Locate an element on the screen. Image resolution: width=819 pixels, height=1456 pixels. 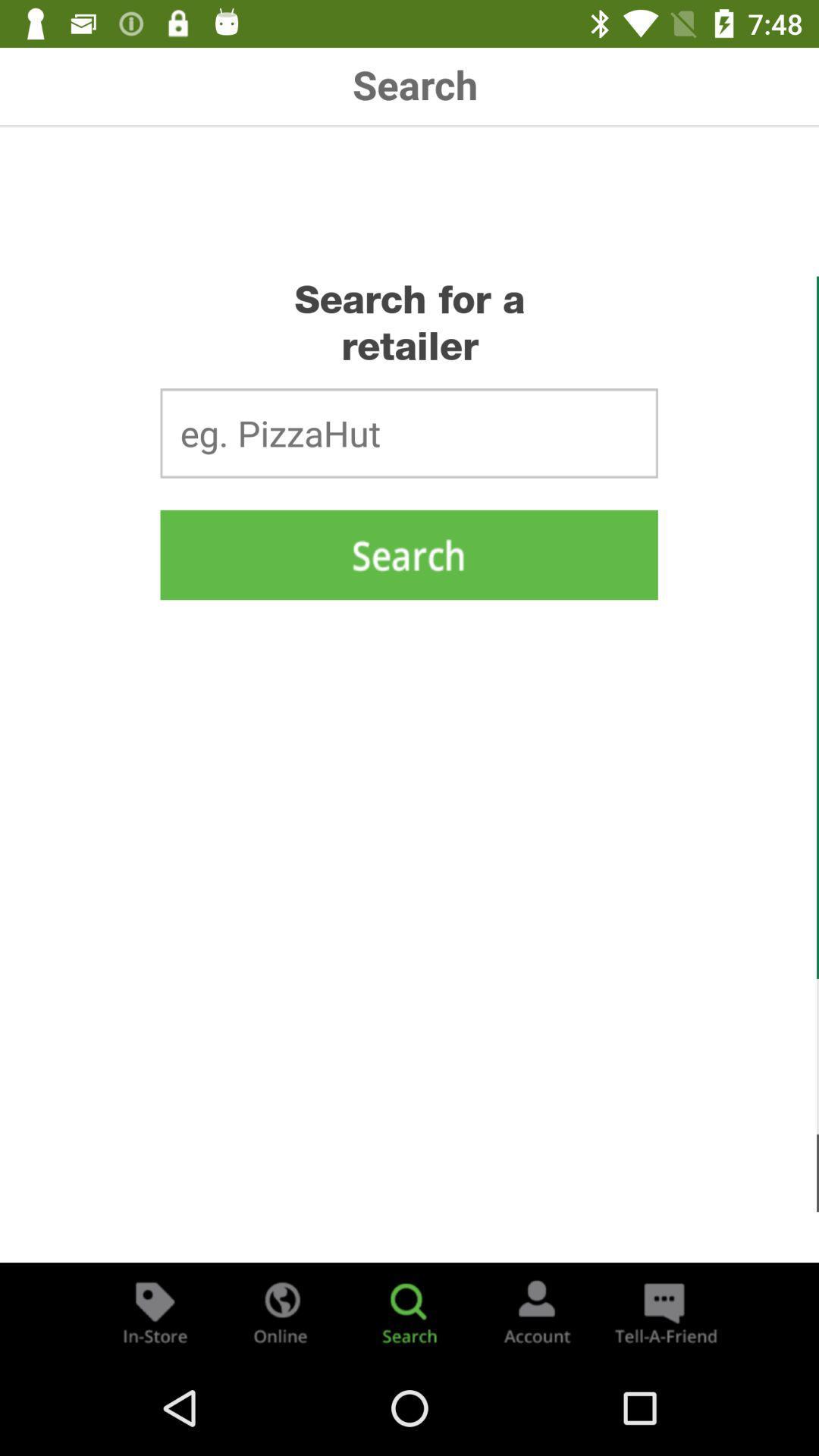
access internet is located at coordinates (281, 1310).